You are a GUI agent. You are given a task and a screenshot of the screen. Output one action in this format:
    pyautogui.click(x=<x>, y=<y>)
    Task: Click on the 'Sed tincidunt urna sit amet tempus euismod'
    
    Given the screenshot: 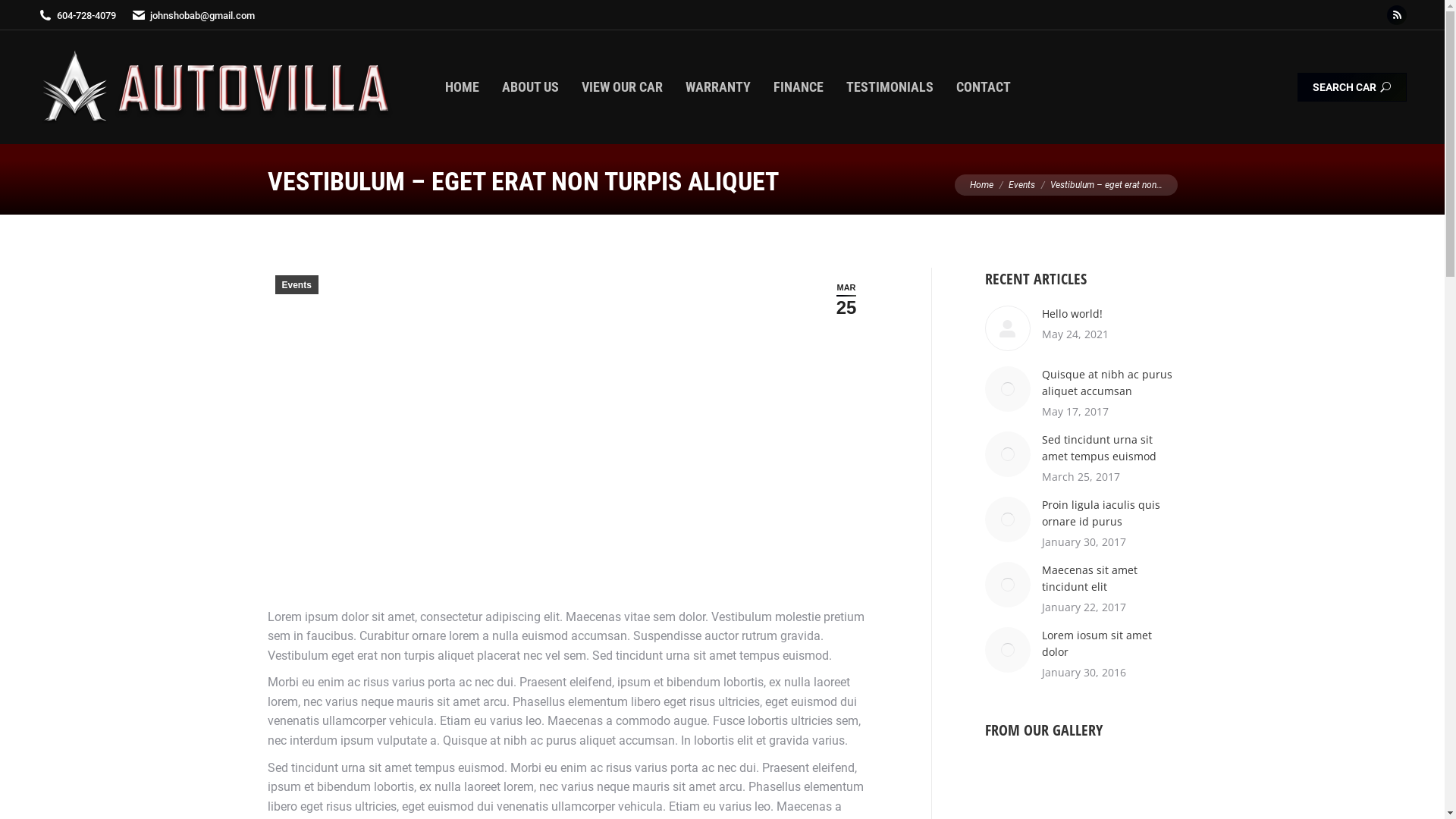 What is the action you would take?
    pyautogui.click(x=1109, y=447)
    